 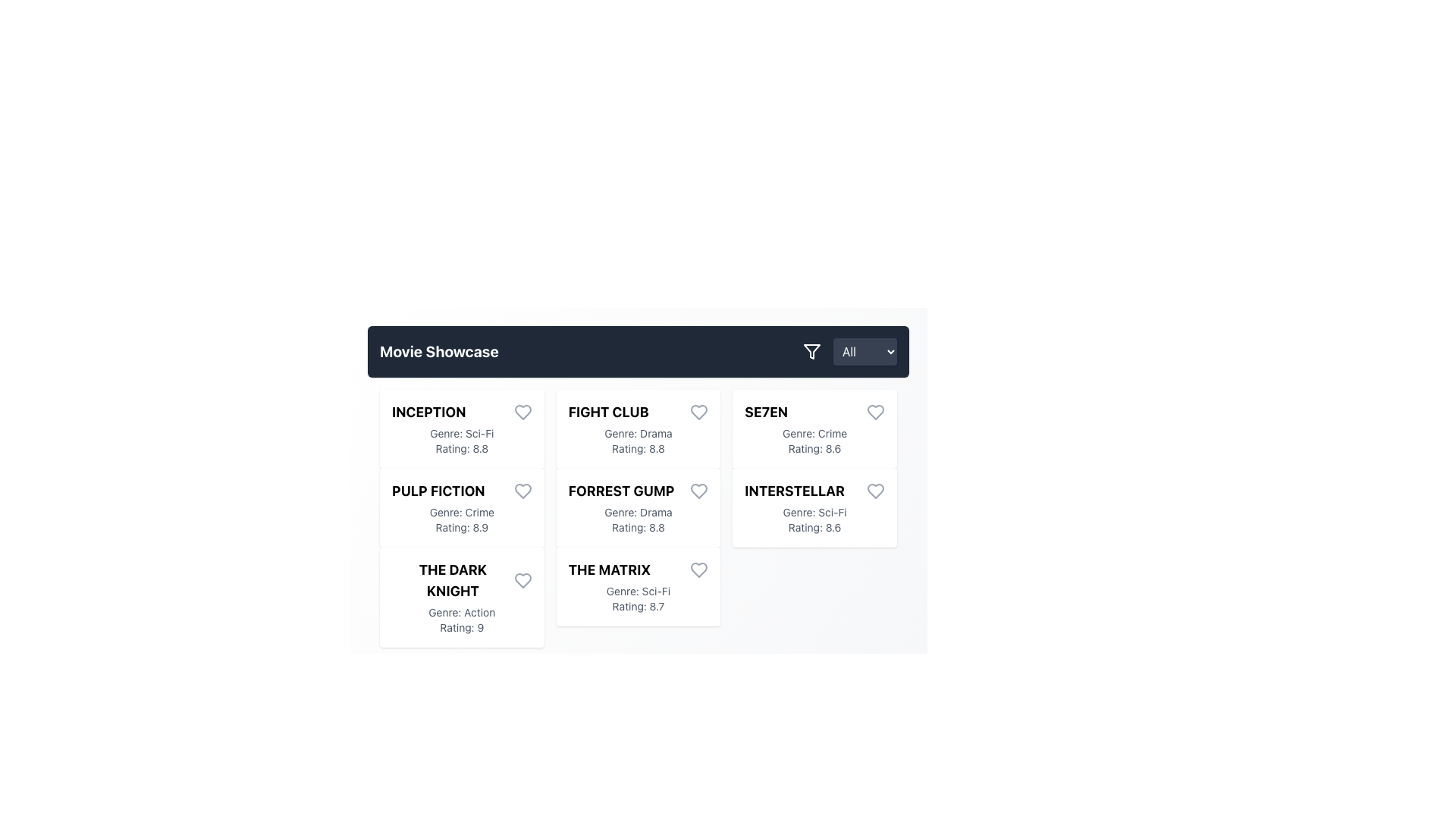 What do you see at coordinates (656, 590) in the screenshot?
I see `the text label displaying 'Sci-Fi' in a slightly bold dark gray font, located below 'The Matrix' title and above the rating information` at bounding box center [656, 590].